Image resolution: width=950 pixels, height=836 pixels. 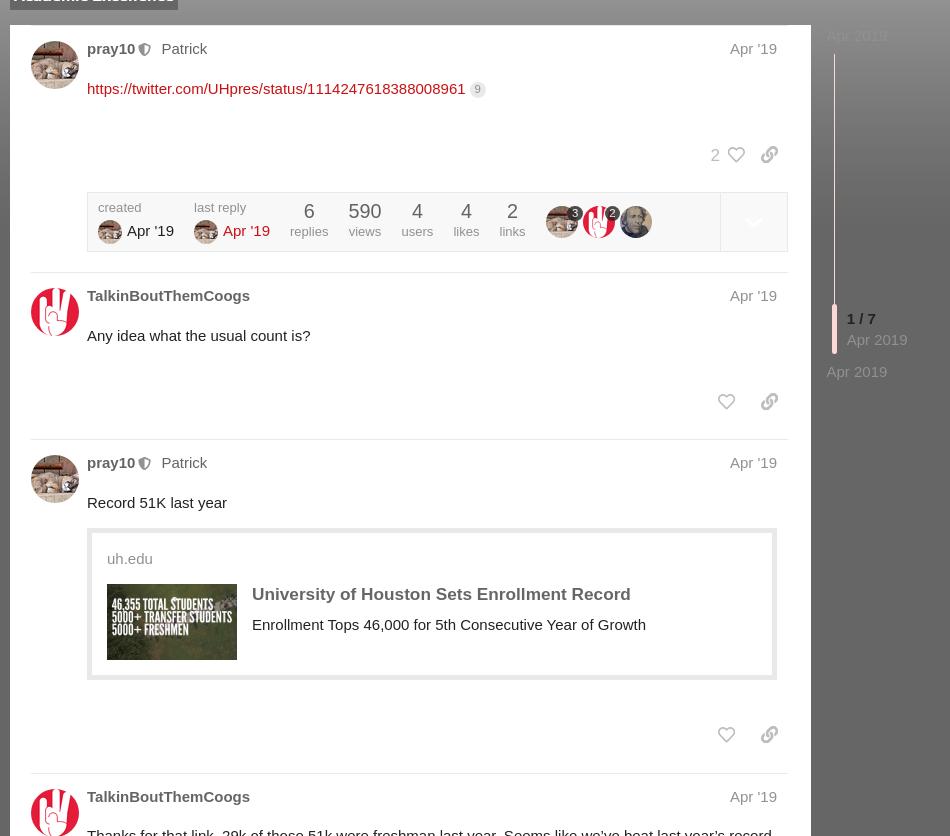 What do you see at coordinates (307, 211) in the screenshot?
I see `'6'` at bounding box center [307, 211].